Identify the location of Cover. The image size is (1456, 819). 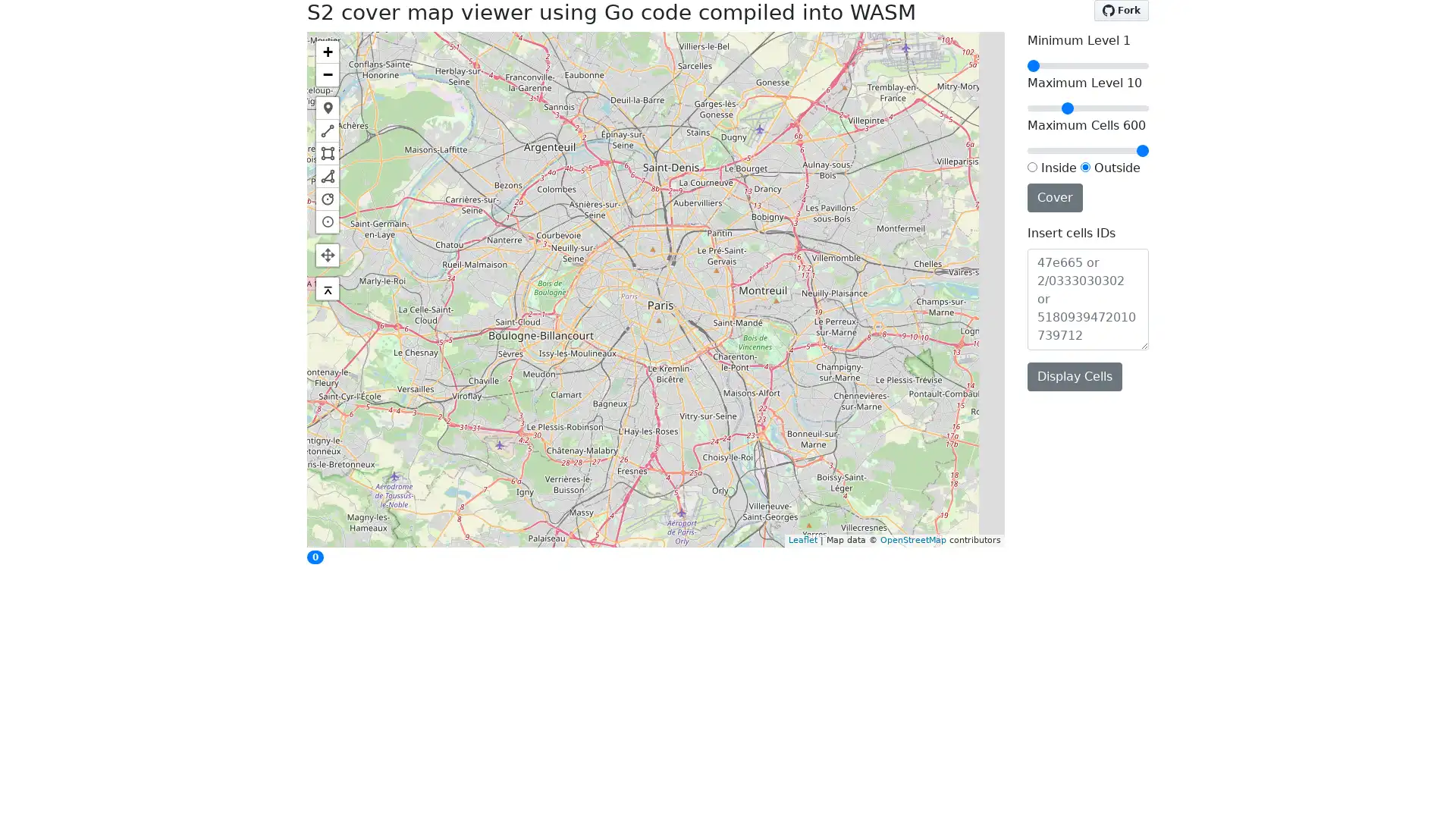
(1054, 196).